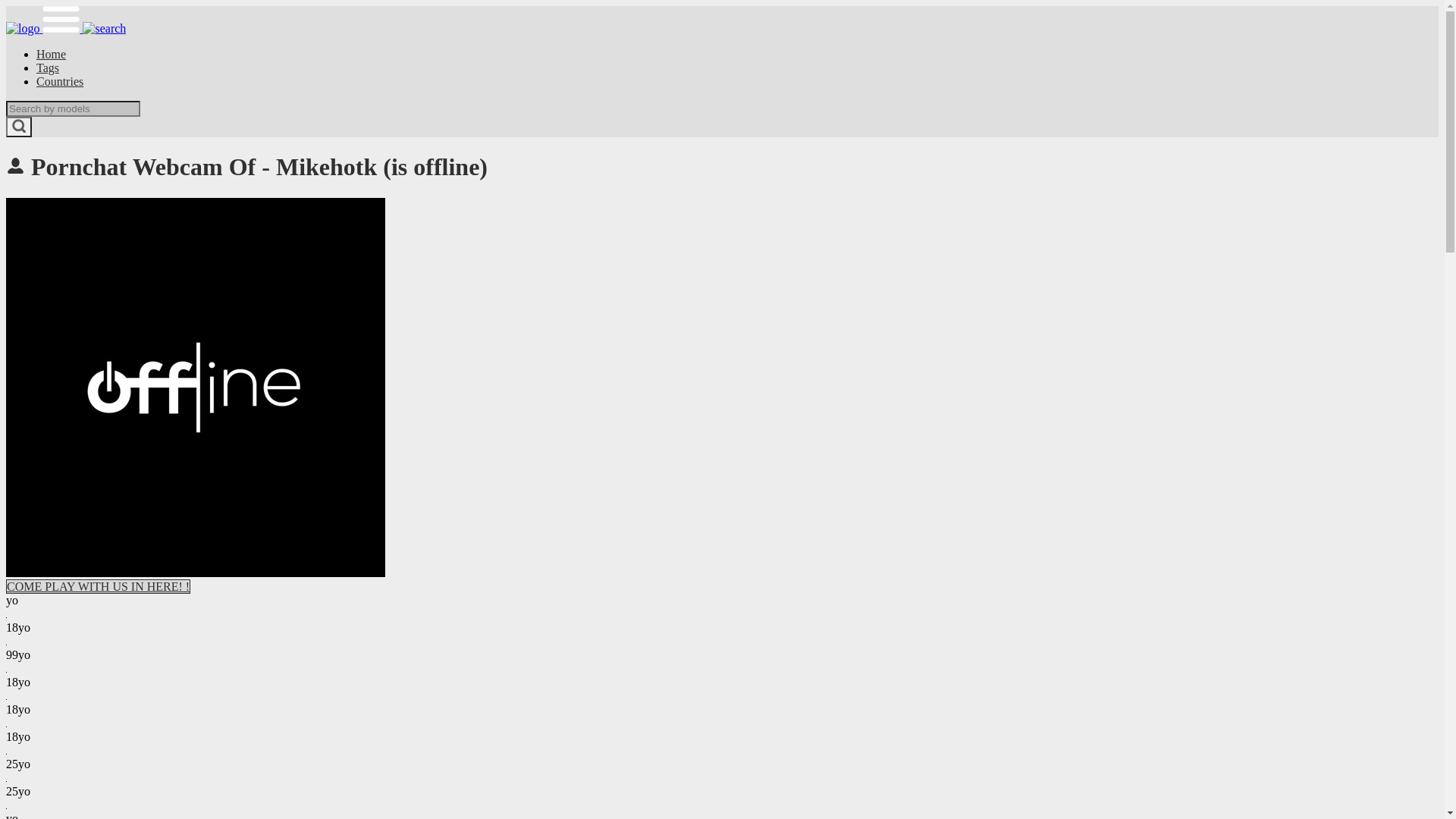  Describe the element at coordinates (51, 53) in the screenshot. I see `'Home'` at that location.